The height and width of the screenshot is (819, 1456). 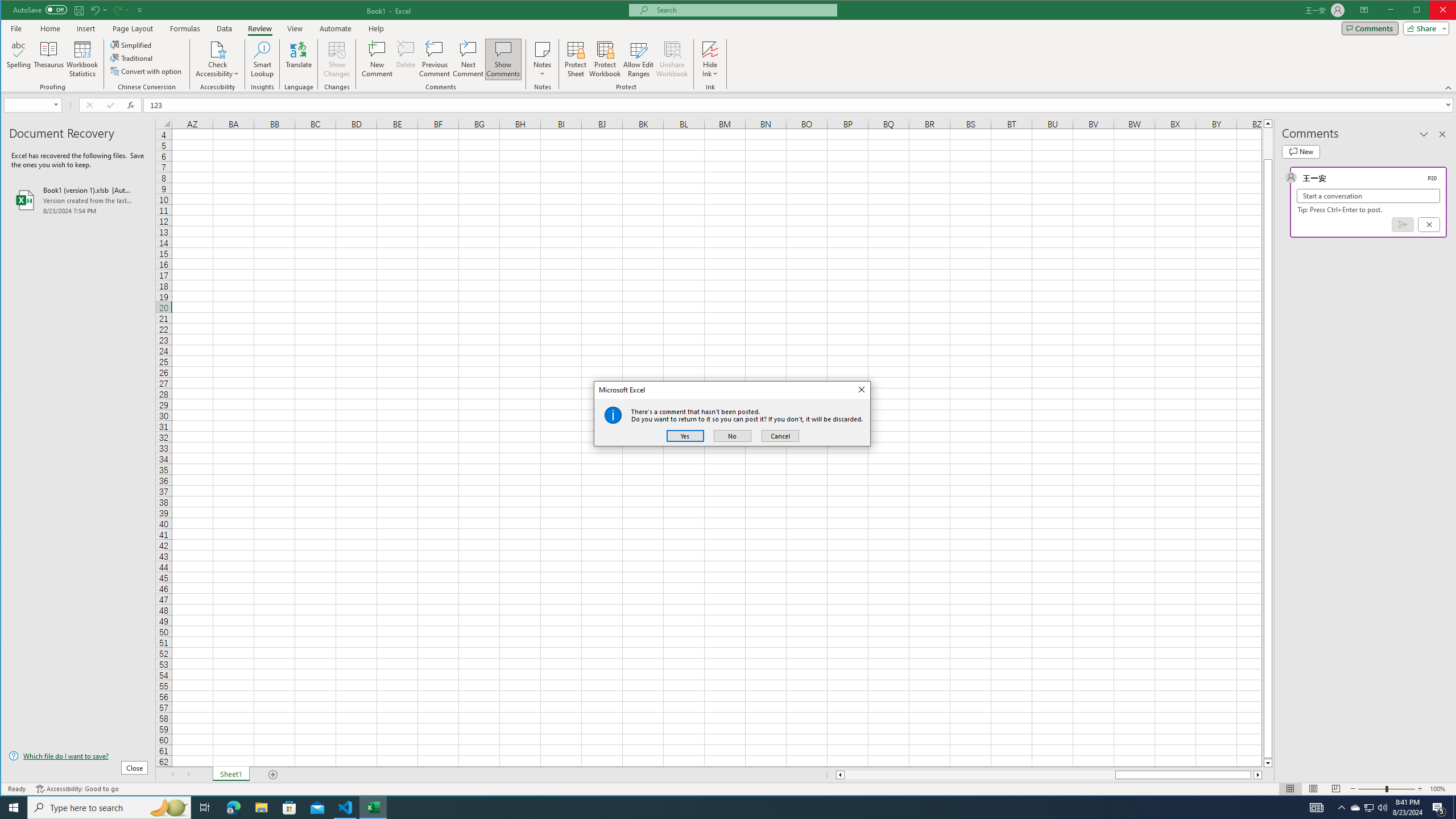 What do you see at coordinates (1268, 142) in the screenshot?
I see `'Page up'` at bounding box center [1268, 142].